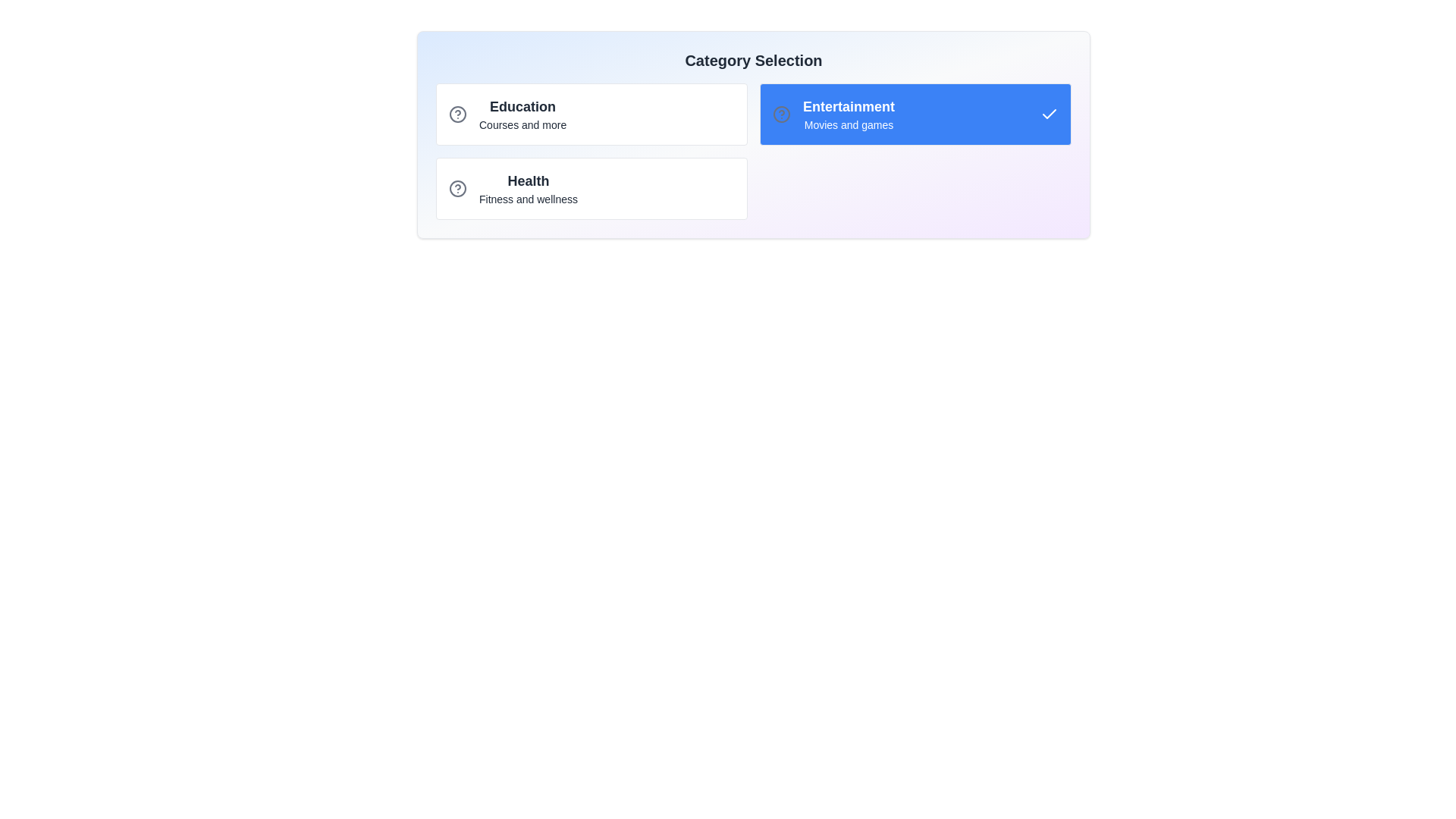 The image size is (1456, 819). I want to click on the category Education to select it, so click(591, 113).